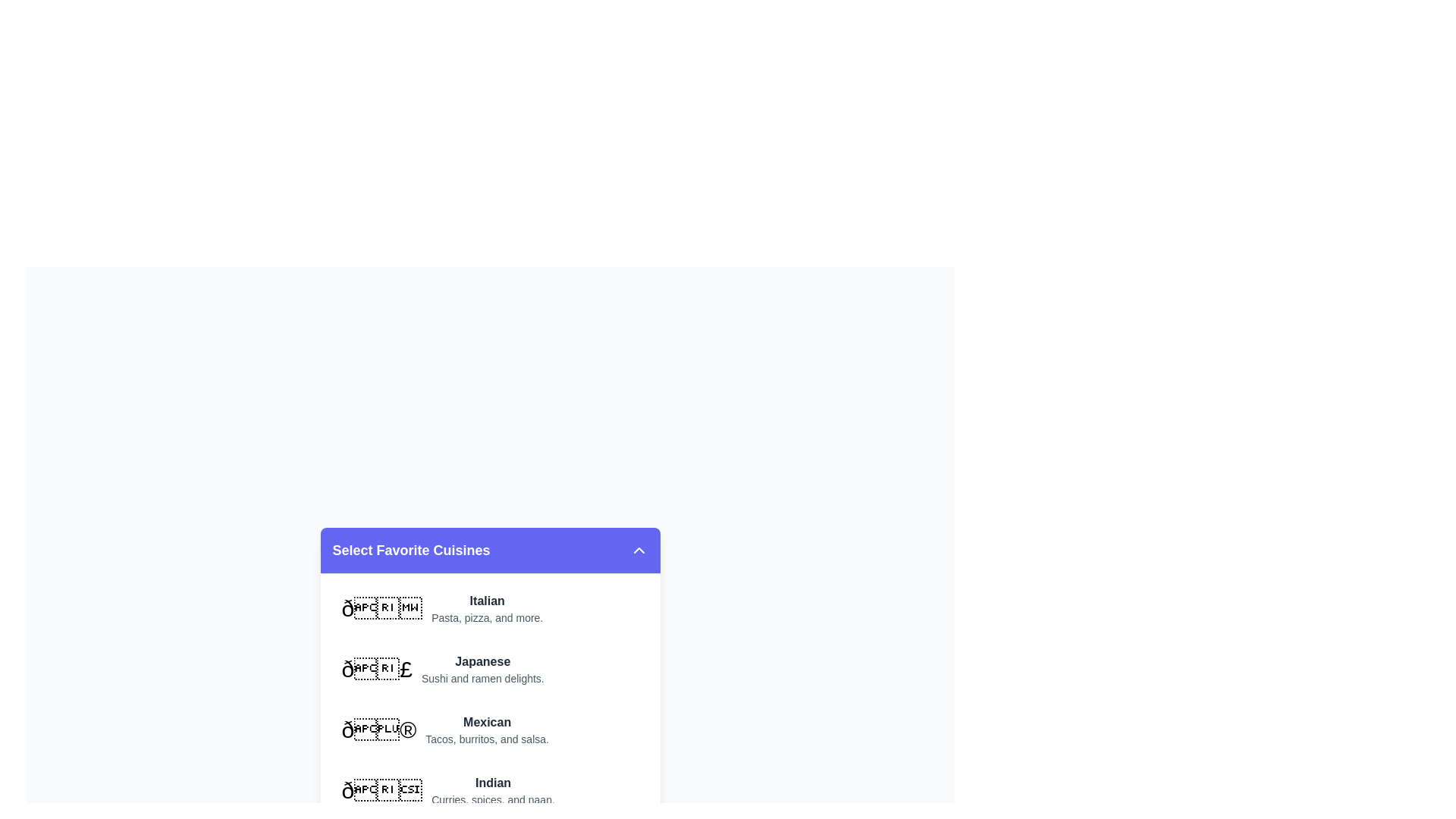 The width and height of the screenshot is (1456, 819). What do you see at coordinates (487, 729) in the screenshot?
I see `the text display element titled 'Mexican' which is the third entry in the 'Select Favorite Cuisines' menu, displaying the description 'Tacos, burritos, and salsa.'` at bounding box center [487, 729].